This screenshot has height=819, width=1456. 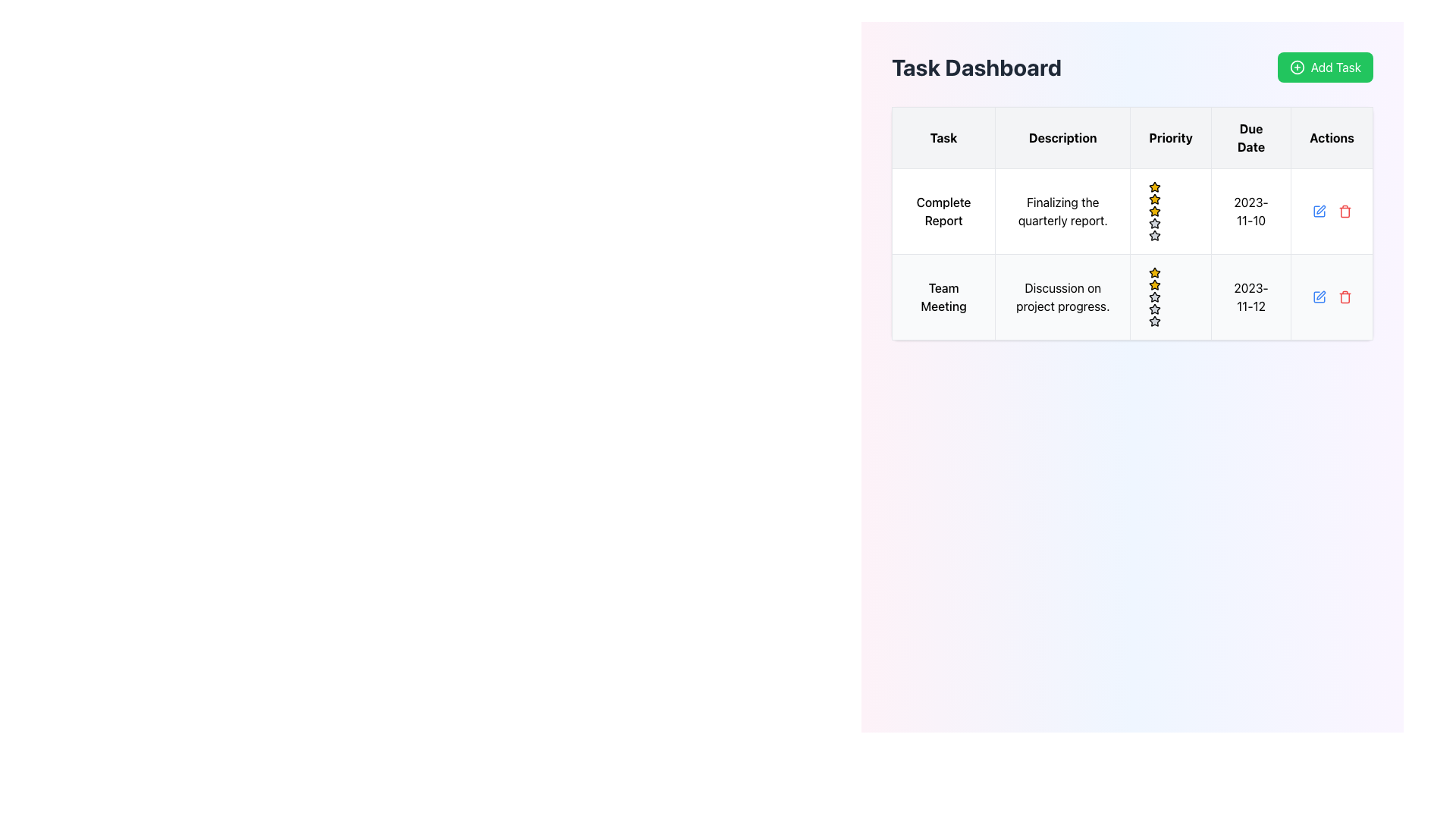 What do you see at coordinates (1062, 211) in the screenshot?
I see `the textual description located in the second cell of the 'Description' column in the task dashboard, which is to the right of the 'Complete Report' cell` at bounding box center [1062, 211].